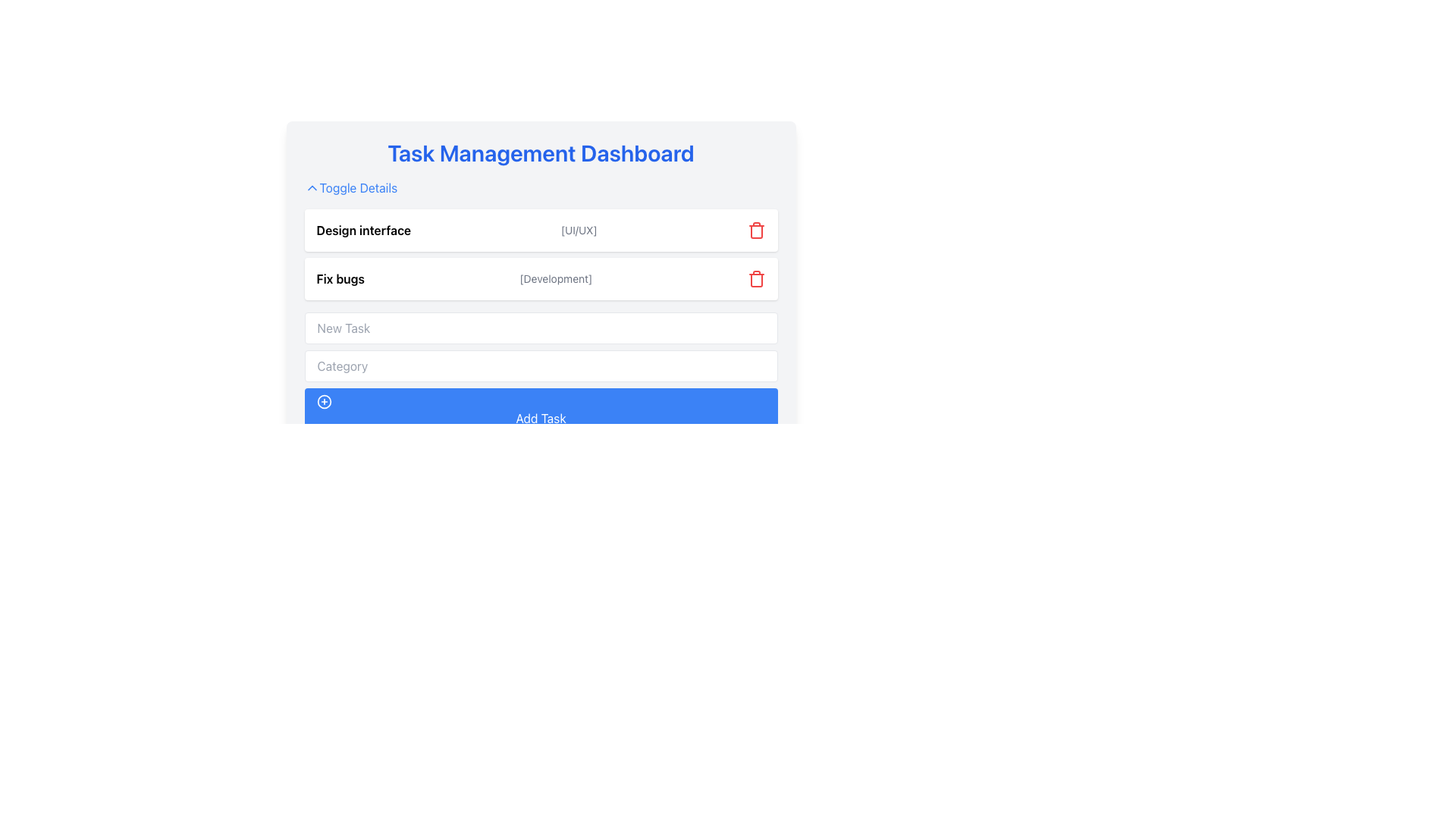 The height and width of the screenshot is (819, 1456). Describe the element at coordinates (541, 152) in the screenshot. I see `the static text label that serves as the main title or header at the top of the interface layout` at that location.